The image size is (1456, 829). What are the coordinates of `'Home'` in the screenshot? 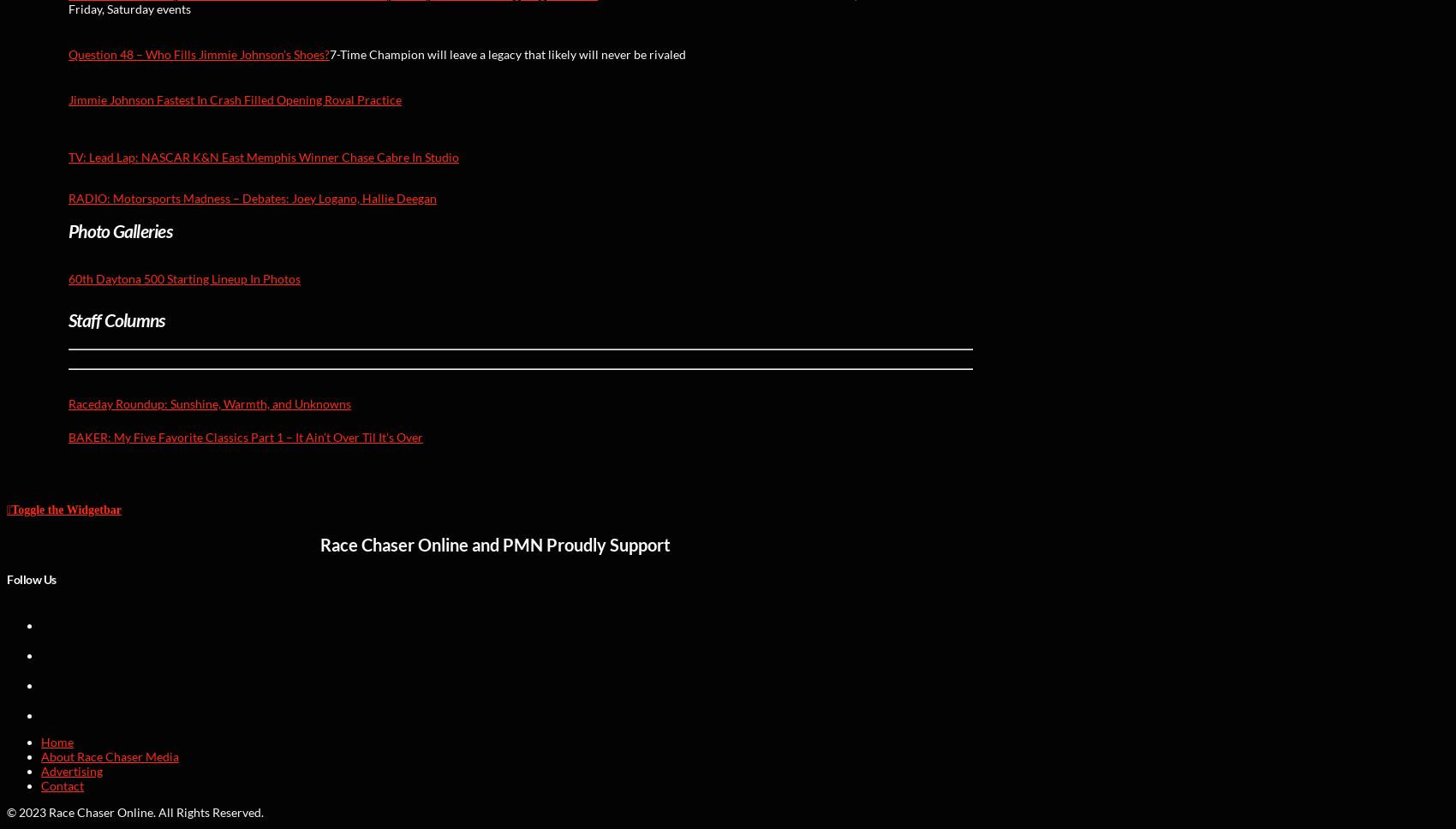 It's located at (57, 740).